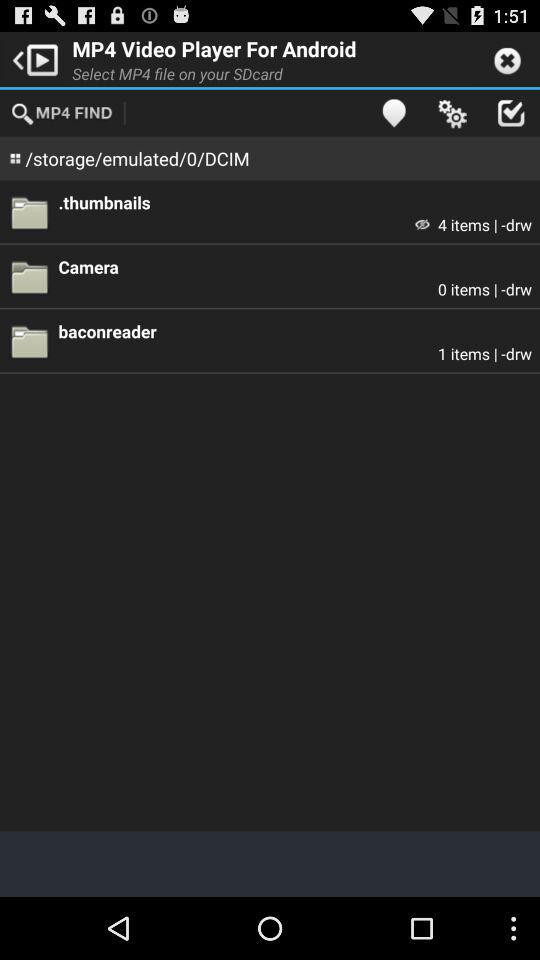 The width and height of the screenshot is (540, 960). I want to click on item above the 1 items | -drw, so click(294, 331).